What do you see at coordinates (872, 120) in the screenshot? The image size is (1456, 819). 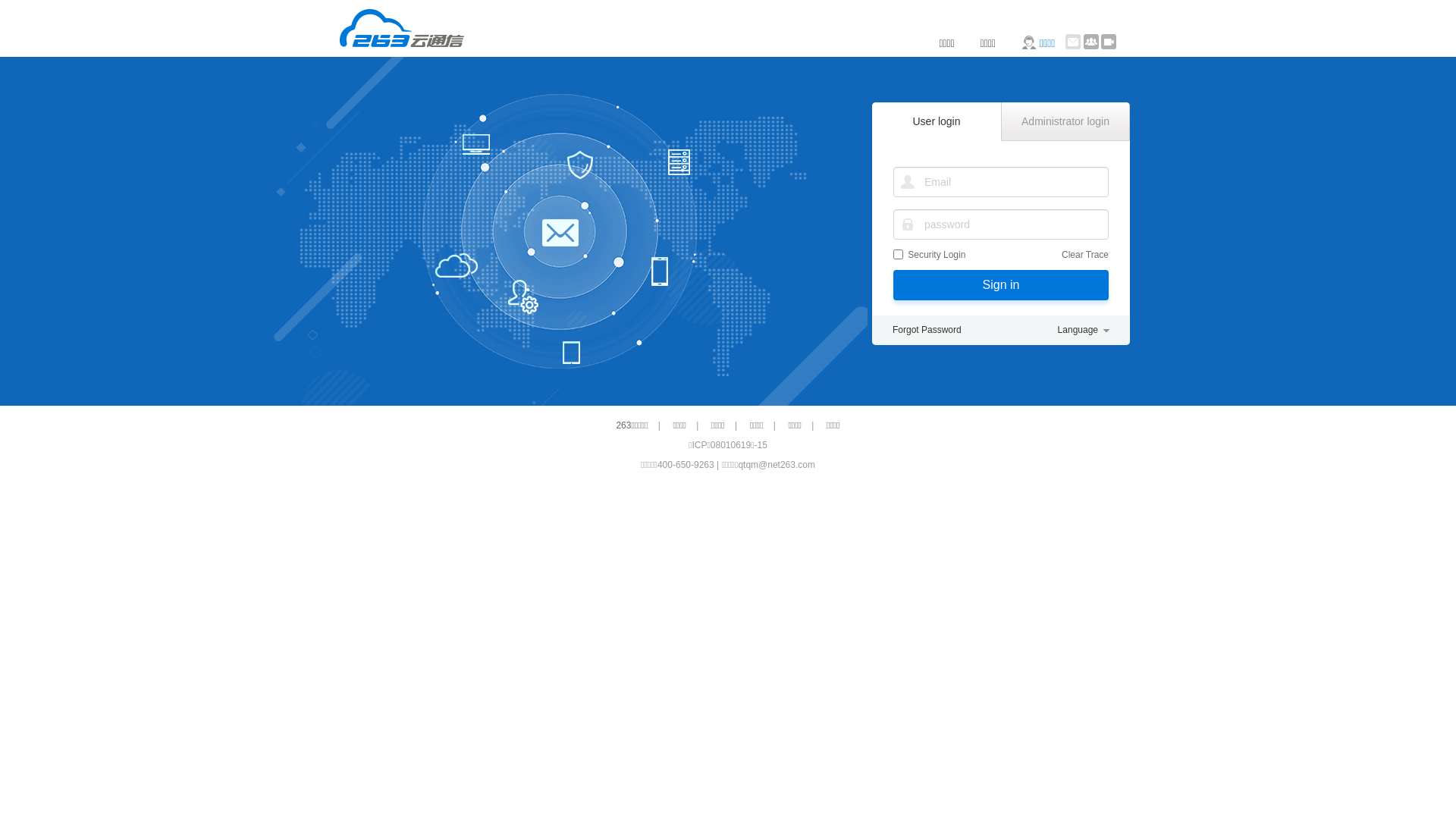 I see `'User login'` at bounding box center [872, 120].